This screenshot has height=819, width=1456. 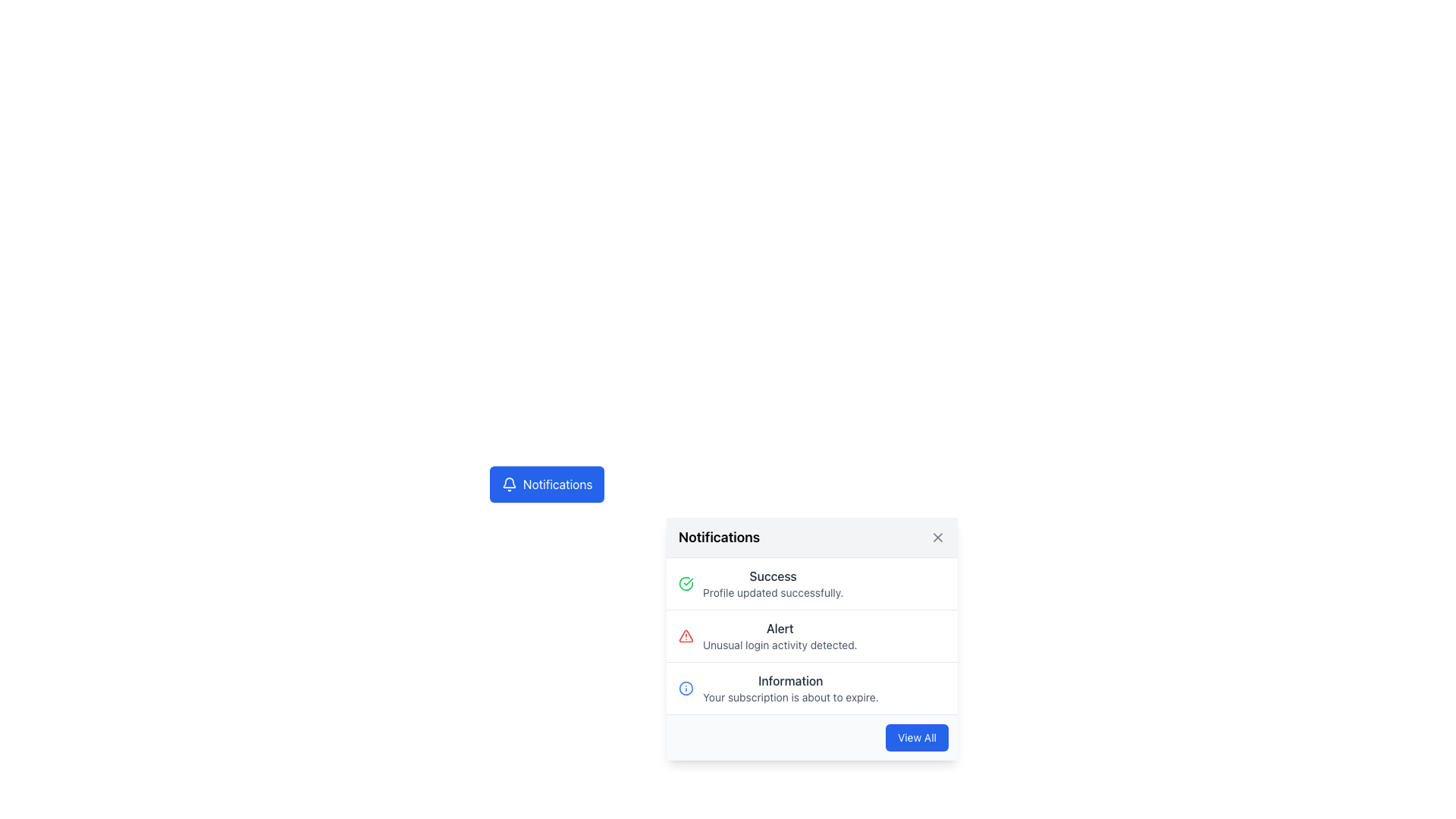 I want to click on the 'Alert' text label, which is styled with a bold serif font in dark gray and is located in the middle row of the notifications panel under the 'Alert' section's heading, so click(x=780, y=629).